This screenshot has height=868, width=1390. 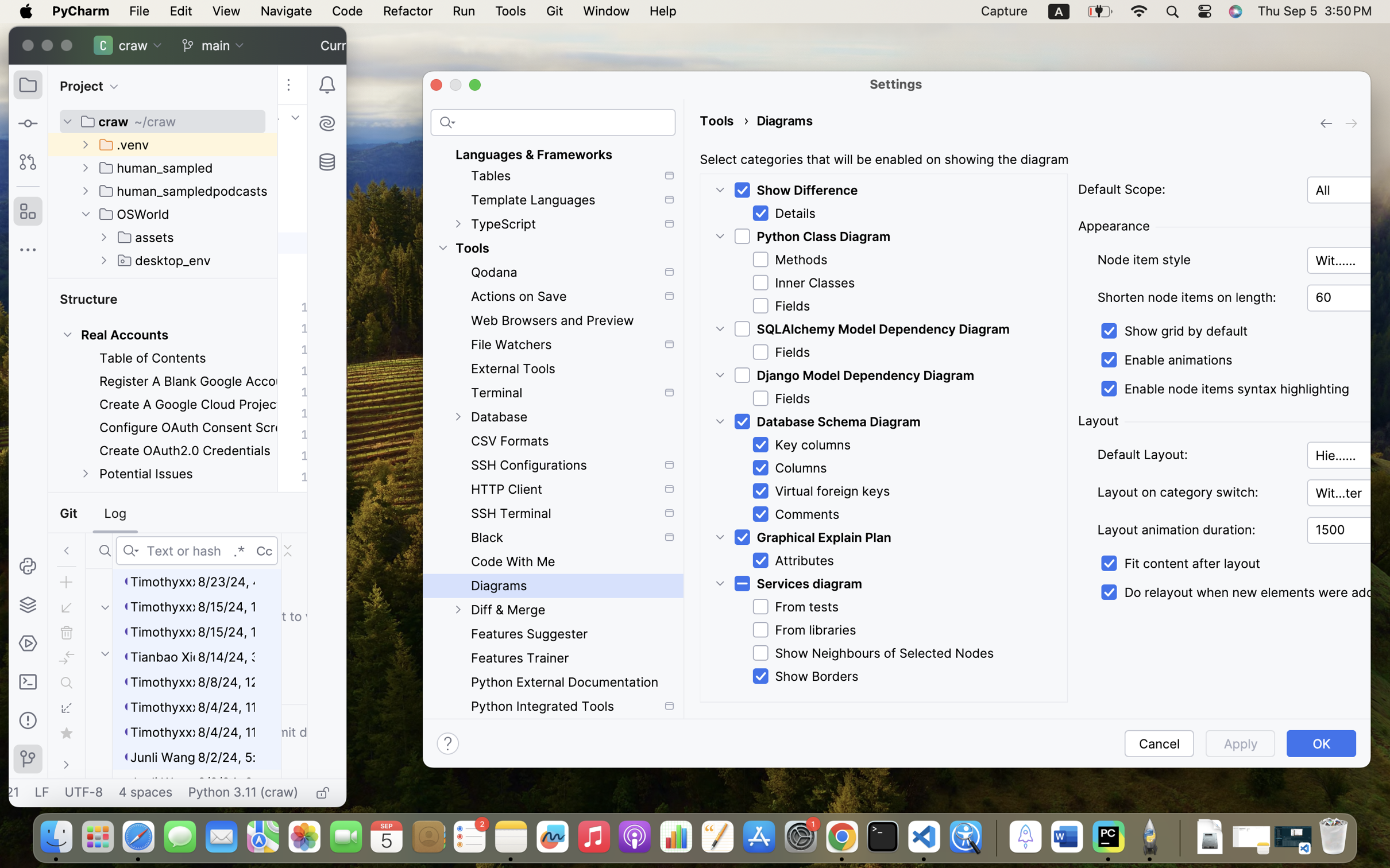 What do you see at coordinates (1348, 493) in the screenshot?
I see `'With light layouter'` at bounding box center [1348, 493].